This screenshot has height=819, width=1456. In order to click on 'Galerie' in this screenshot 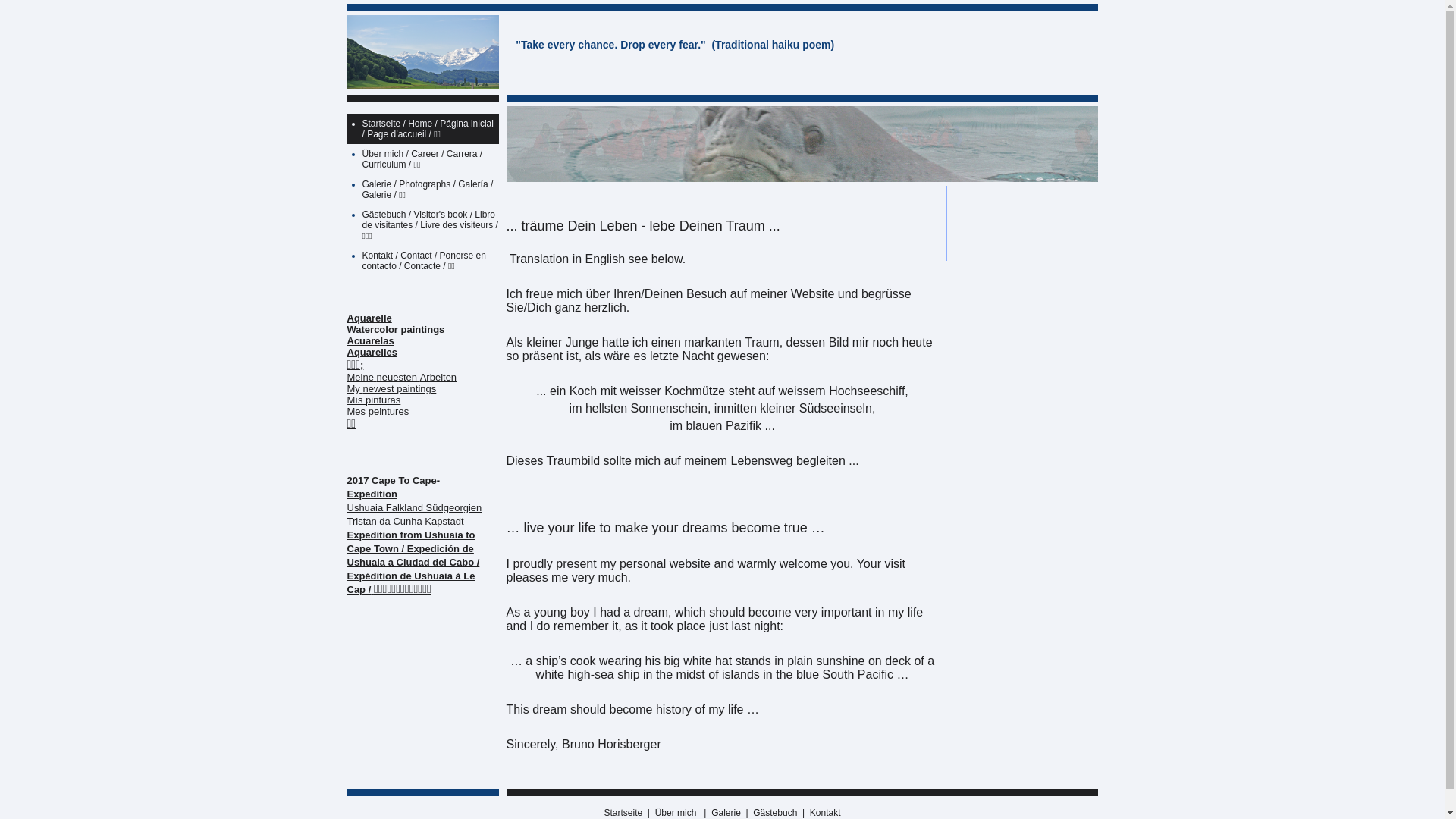, I will do `click(725, 812)`.